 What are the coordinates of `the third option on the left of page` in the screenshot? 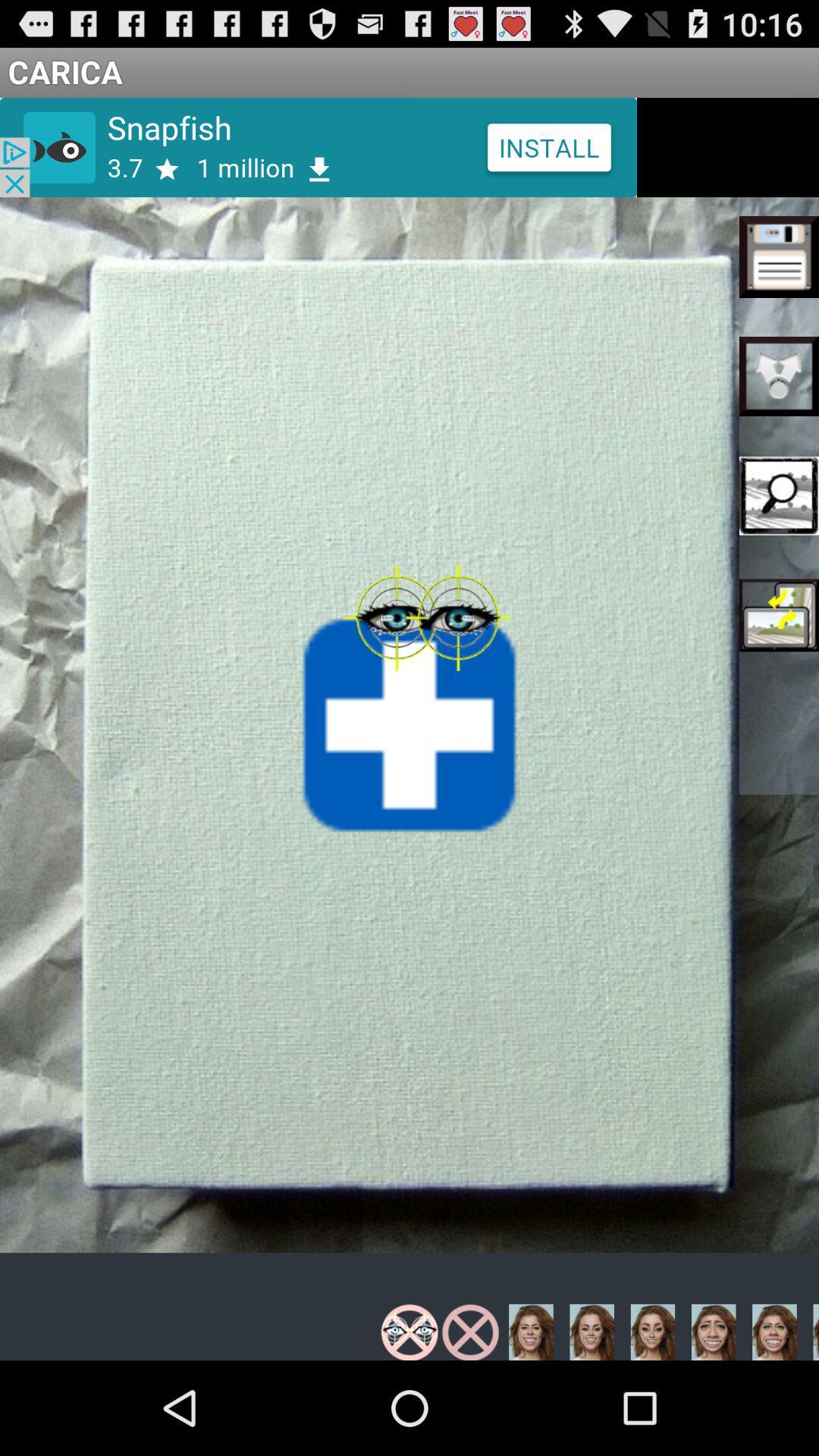 It's located at (779, 495).